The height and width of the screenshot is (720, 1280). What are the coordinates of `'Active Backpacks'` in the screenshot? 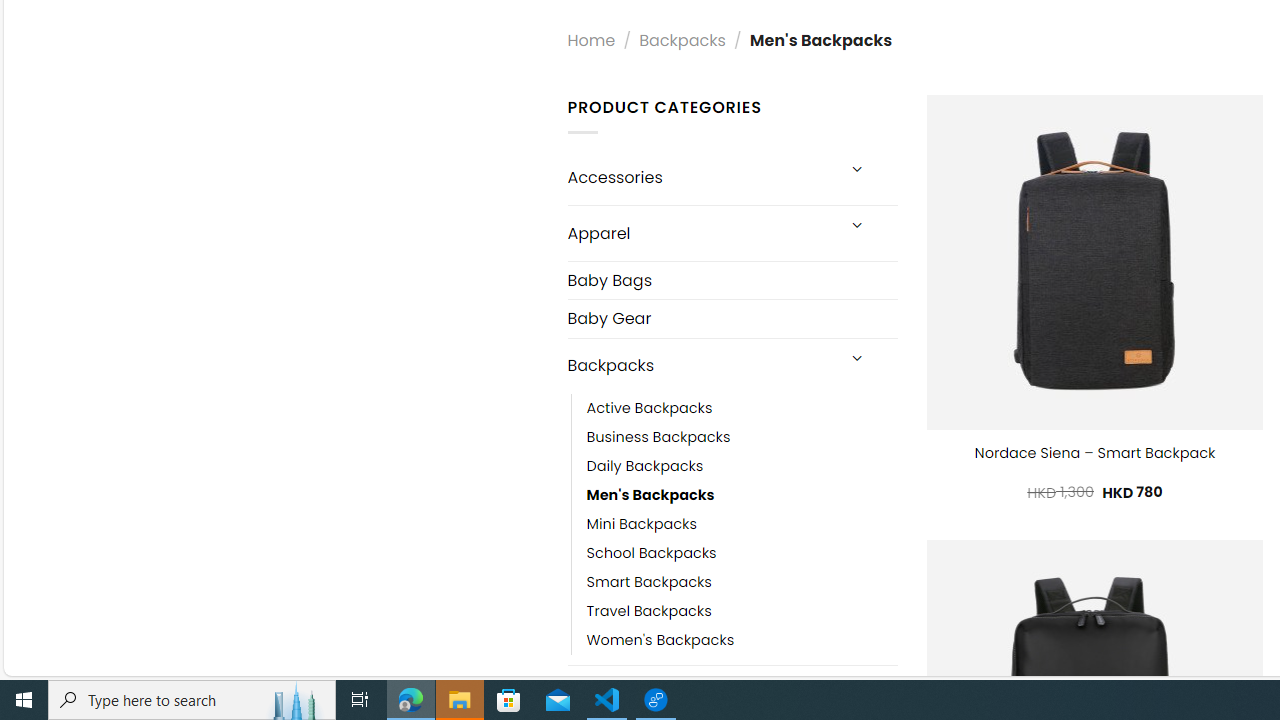 It's located at (649, 407).